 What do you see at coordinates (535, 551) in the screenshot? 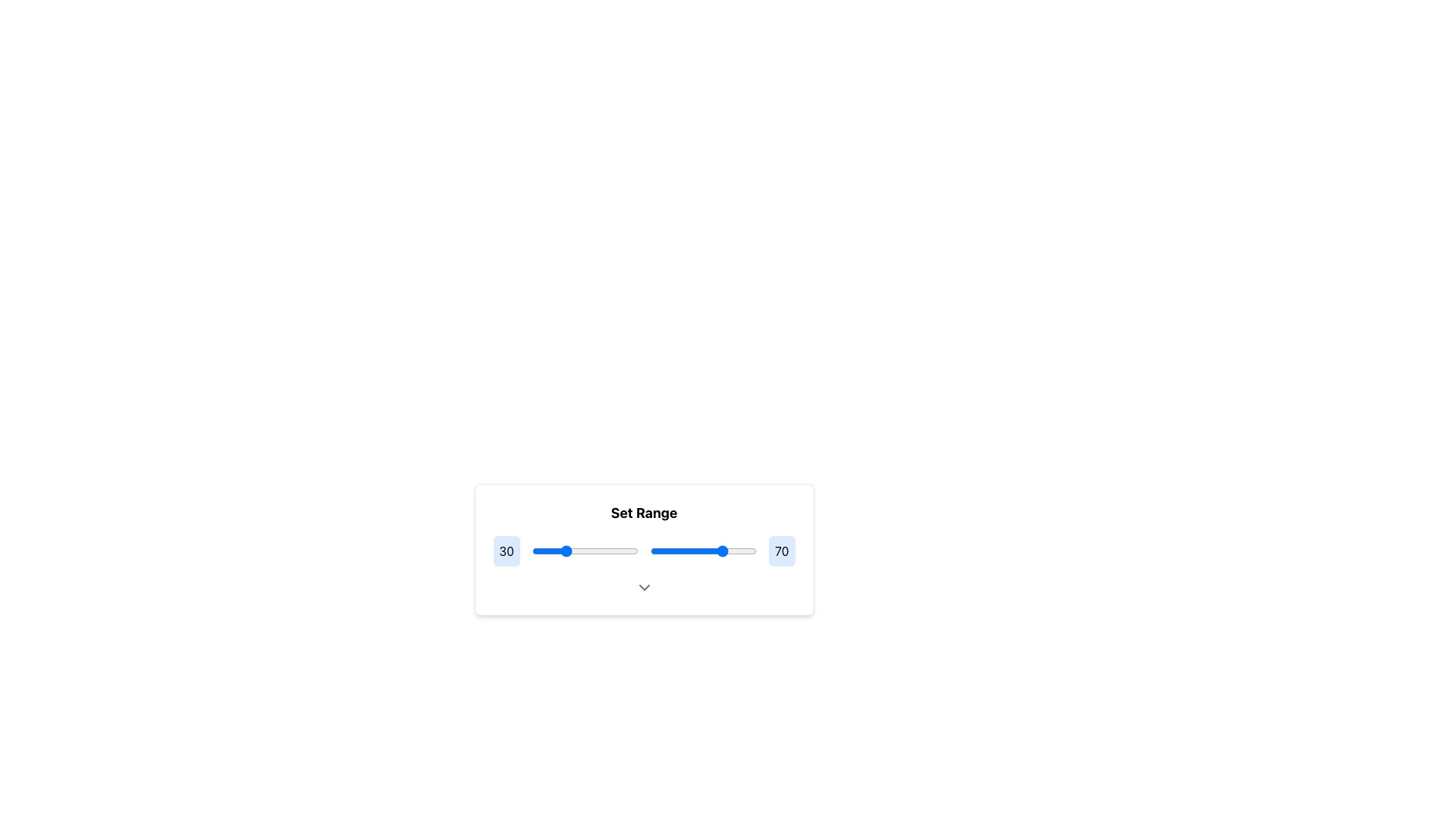
I see `the slider value` at bounding box center [535, 551].